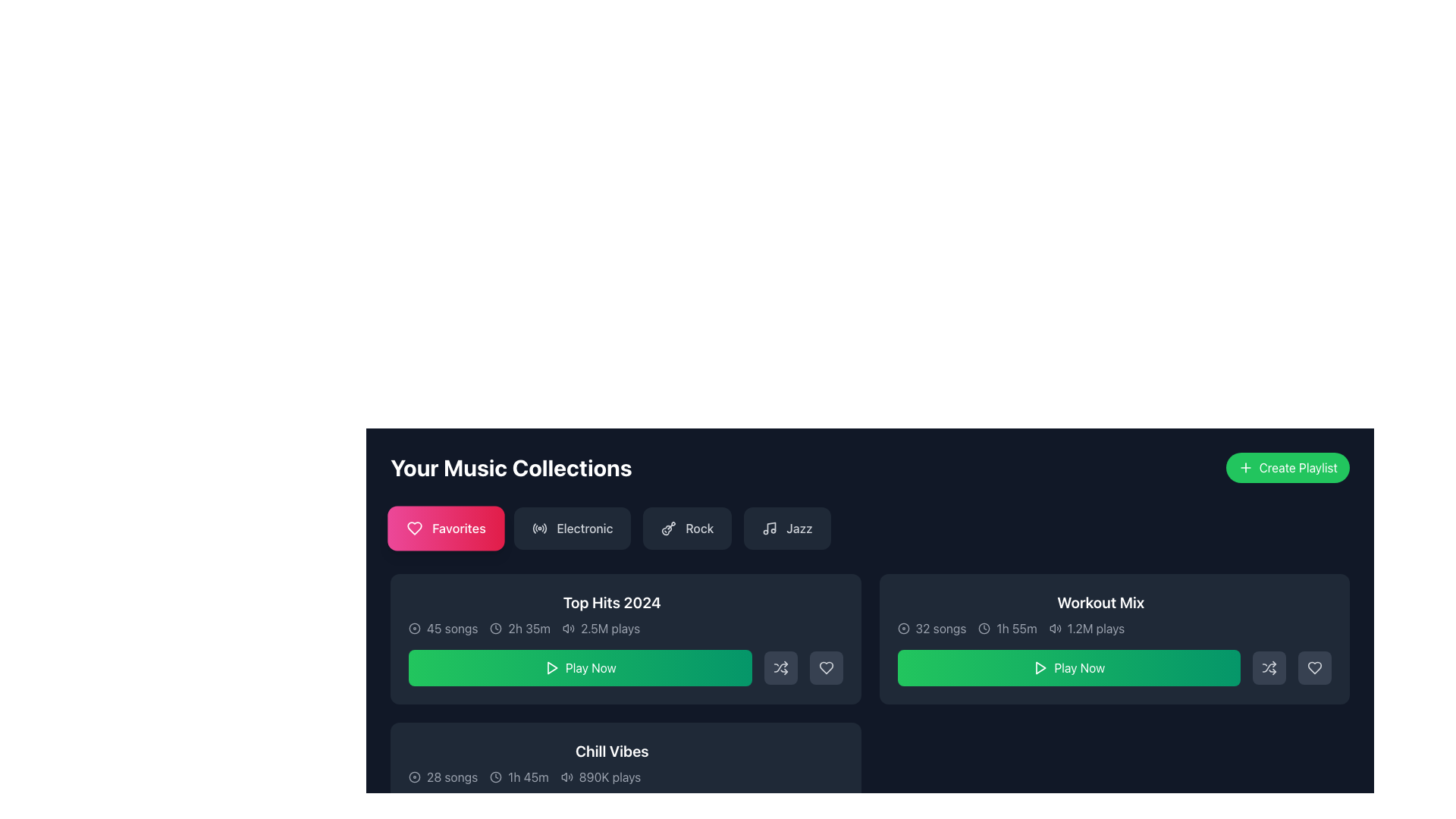 This screenshot has height=819, width=1456. What do you see at coordinates (590, 667) in the screenshot?
I see `the text label inside the green 'Play Now' button in the 'Top Hits 2024' section to trigger visual feedback` at bounding box center [590, 667].